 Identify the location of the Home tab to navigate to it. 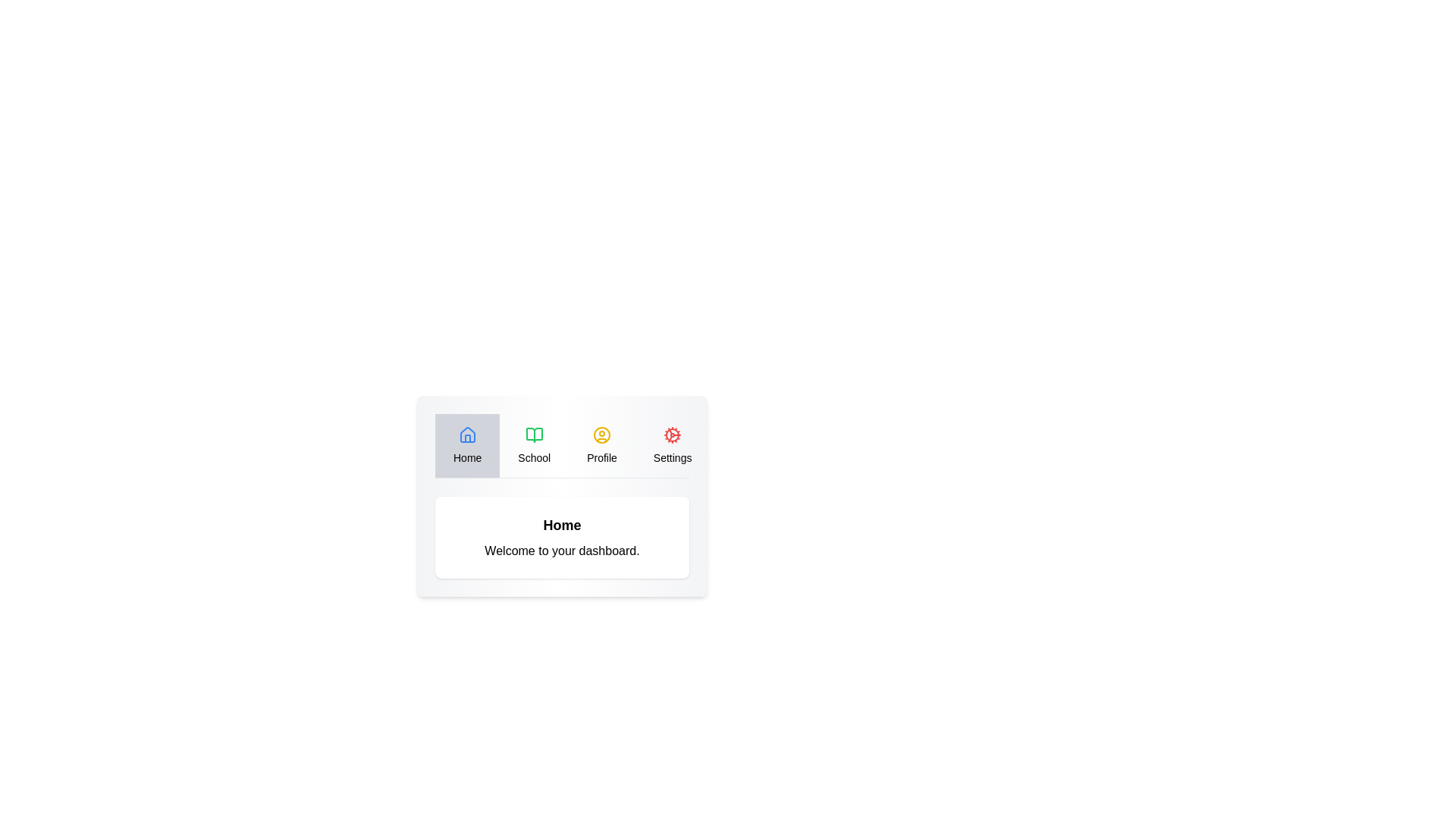
(466, 444).